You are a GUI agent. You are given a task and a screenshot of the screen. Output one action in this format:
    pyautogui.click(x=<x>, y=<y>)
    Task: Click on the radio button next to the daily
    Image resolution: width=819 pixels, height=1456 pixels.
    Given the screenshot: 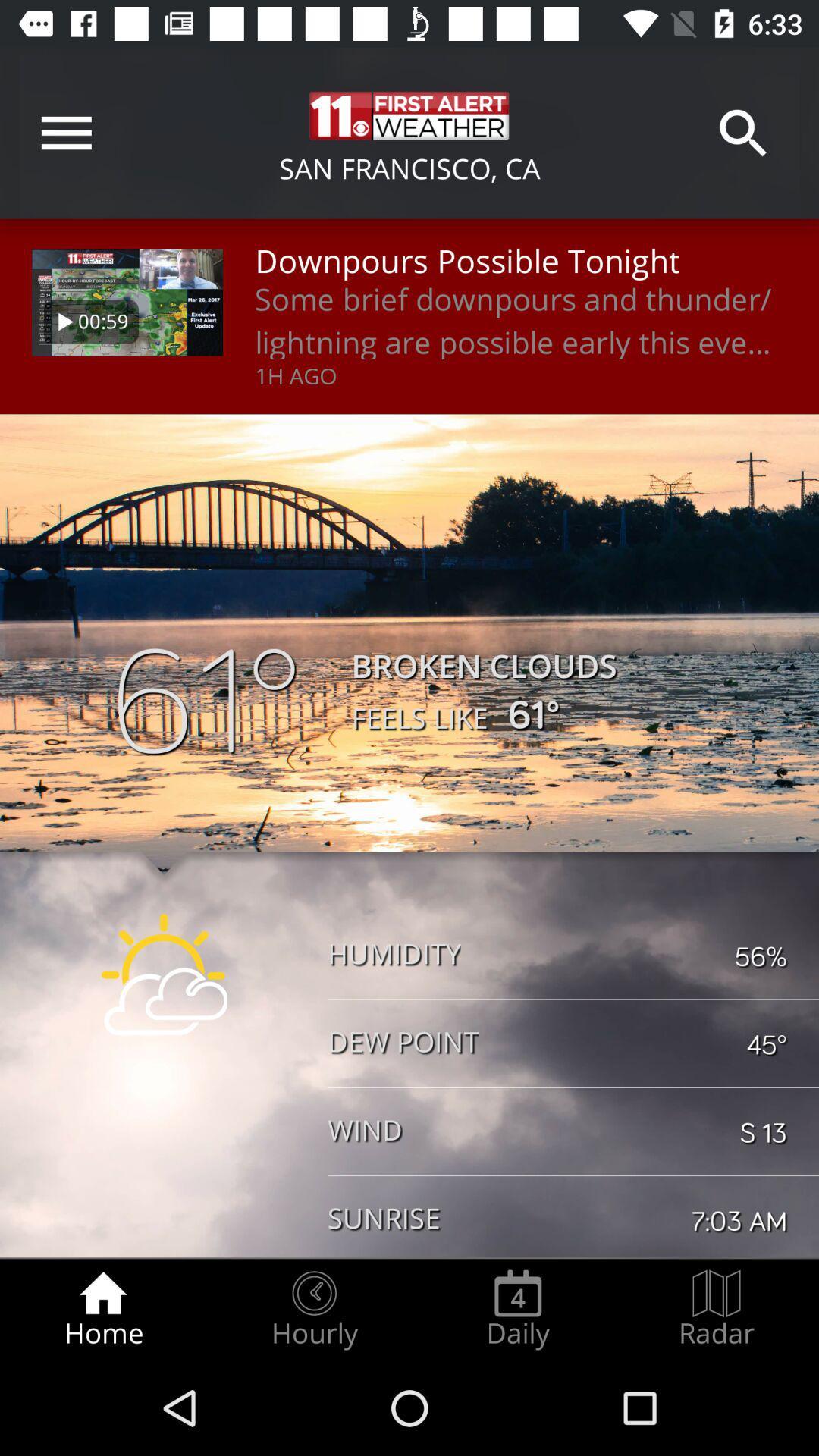 What is the action you would take?
    pyautogui.click(x=717, y=1309)
    